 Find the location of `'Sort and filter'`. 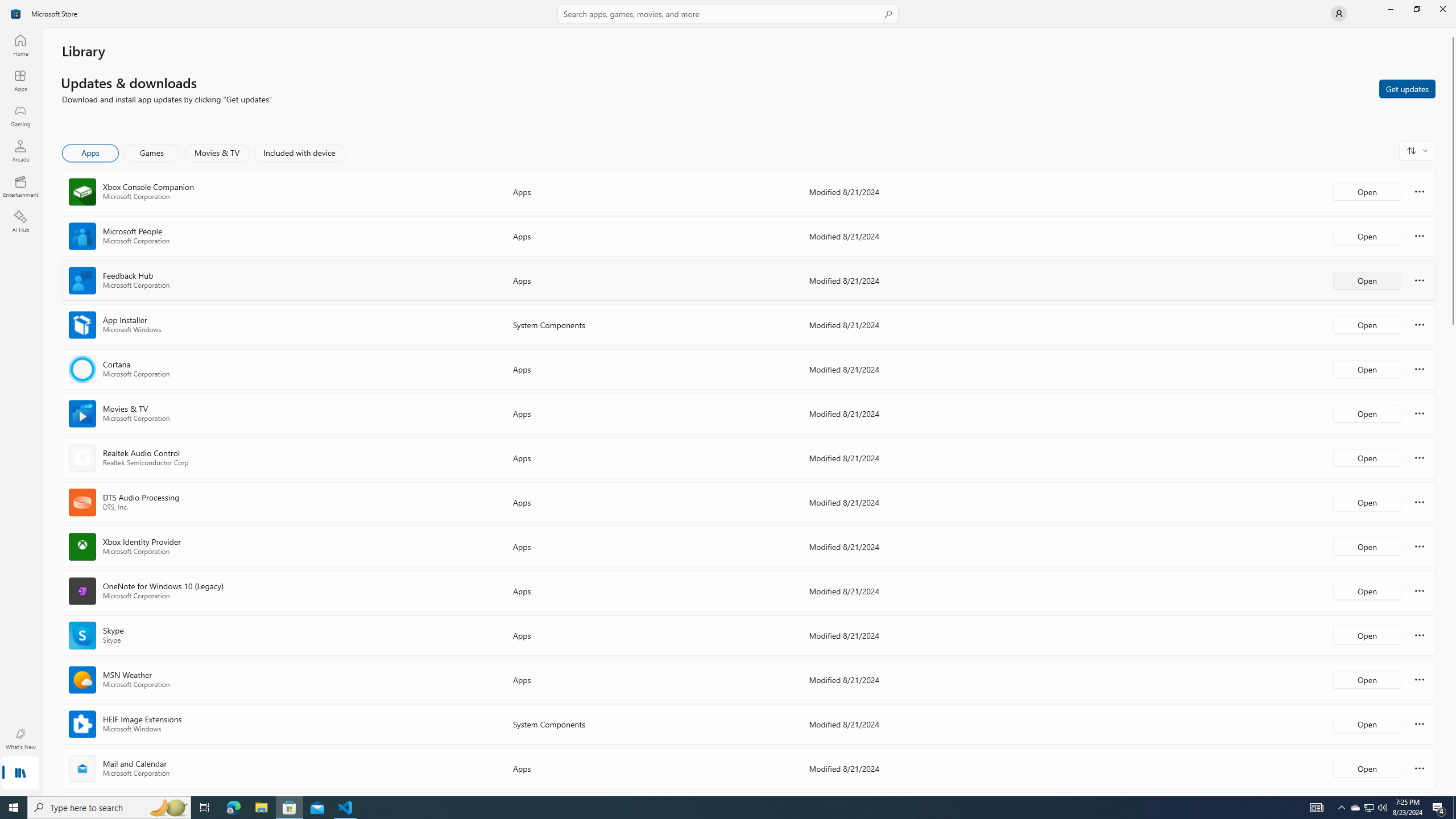

'Sort and filter' is located at coordinates (1417, 150).